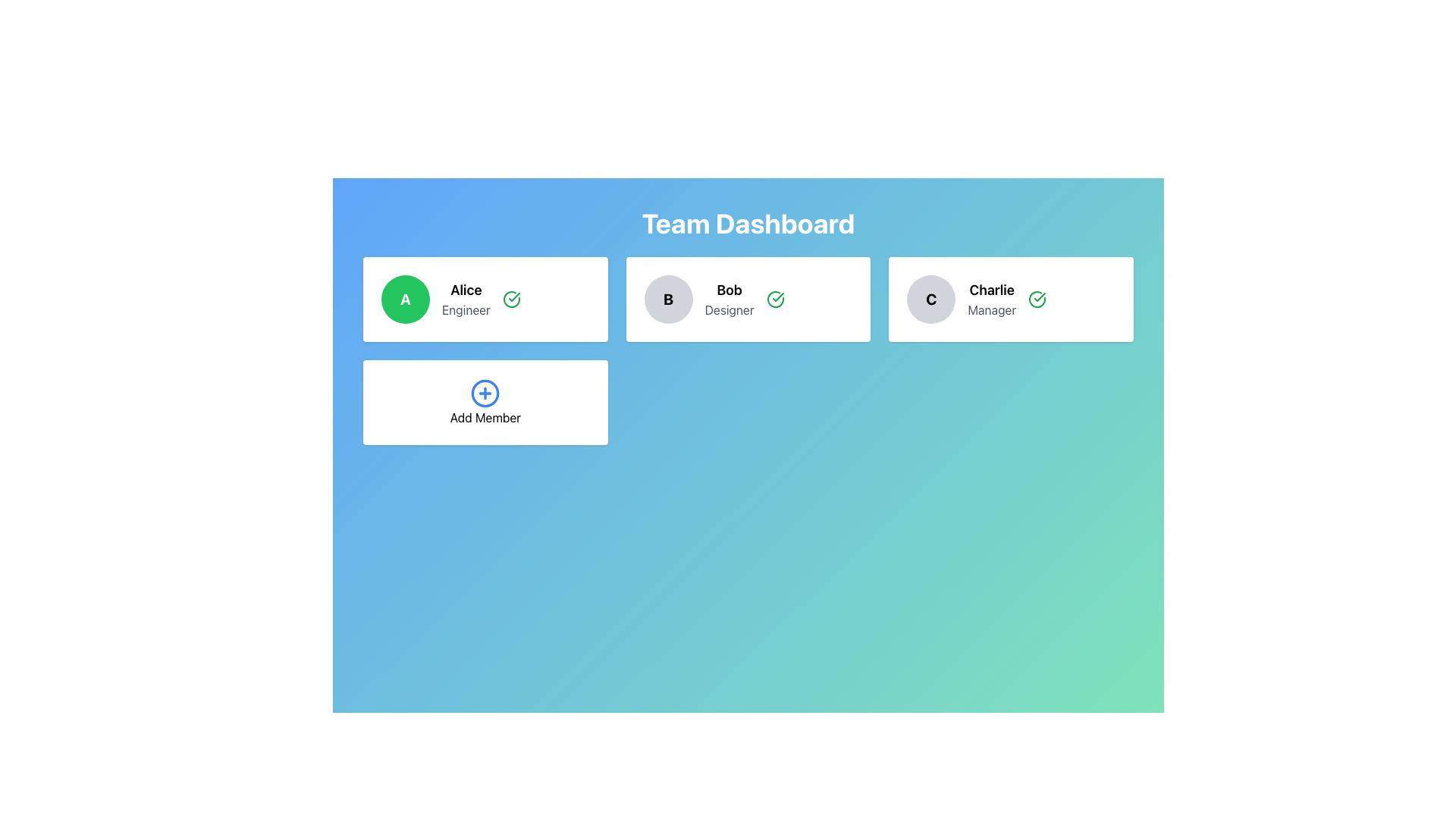  What do you see at coordinates (730, 299) in the screenshot?
I see `the text displaying the user's name and title information located in the second card from the left in the top row of the grid, positioned beneath a circular badge with the letter 'B' and above a green checkmark icon` at bounding box center [730, 299].